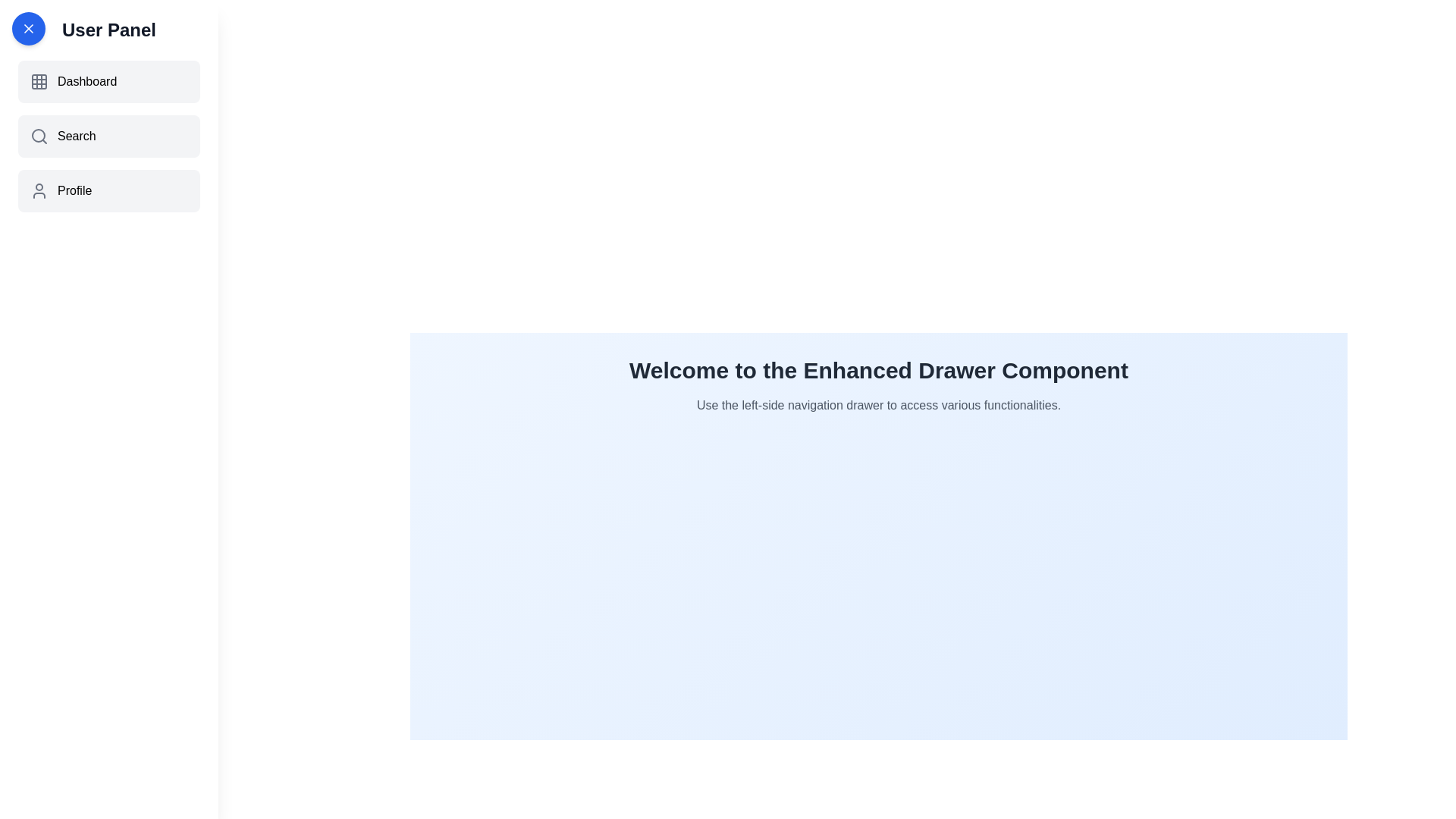 The width and height of the screenshot is (1456, 819). Describe the element at coordinates (108, 136) in the screenshot. I see `the 'Search' button located in the left navigation panel, which is the second button in a vertical stack of three options` at that location.